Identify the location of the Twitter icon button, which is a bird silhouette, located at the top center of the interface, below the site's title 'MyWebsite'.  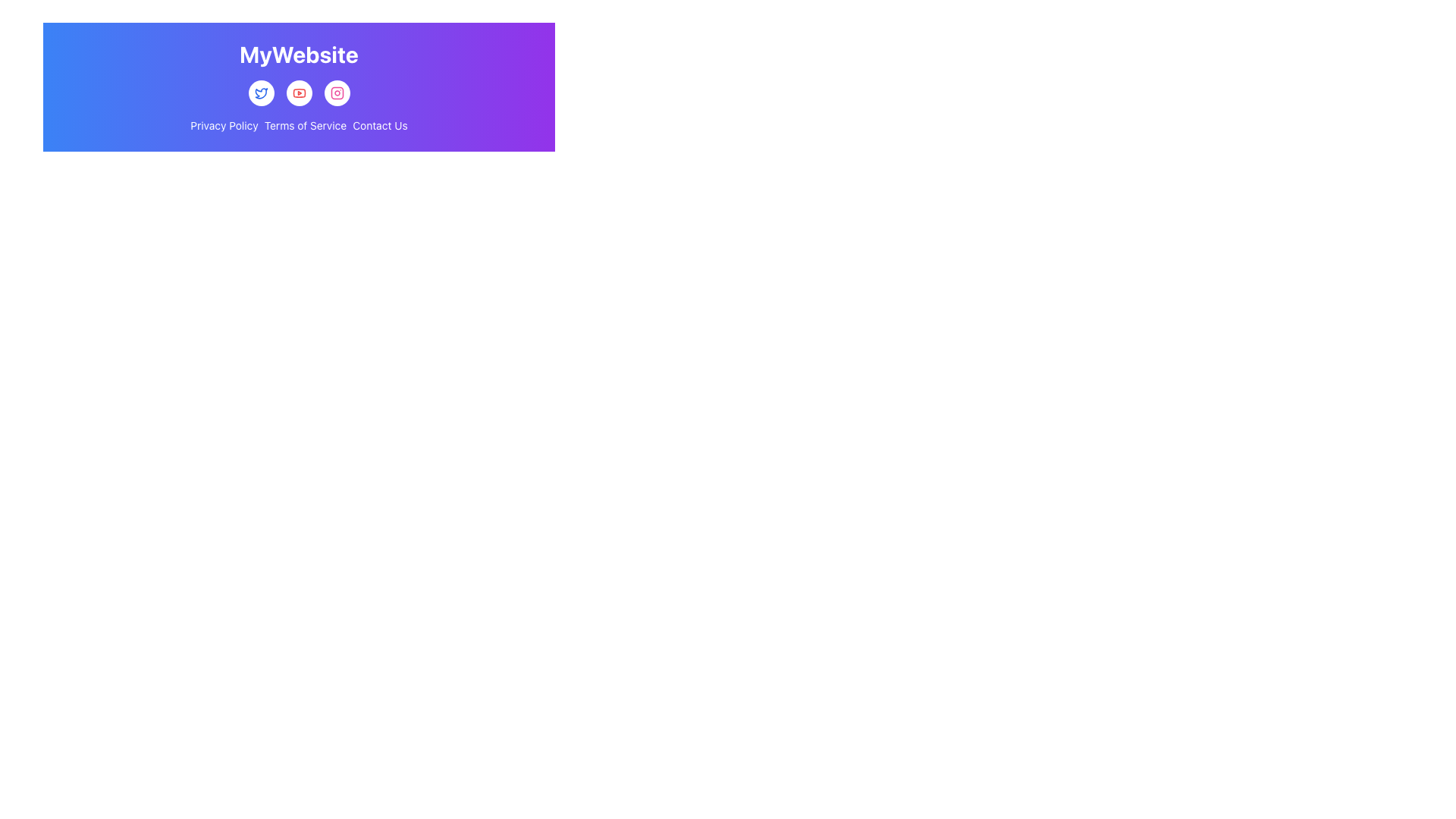
(261, 93).